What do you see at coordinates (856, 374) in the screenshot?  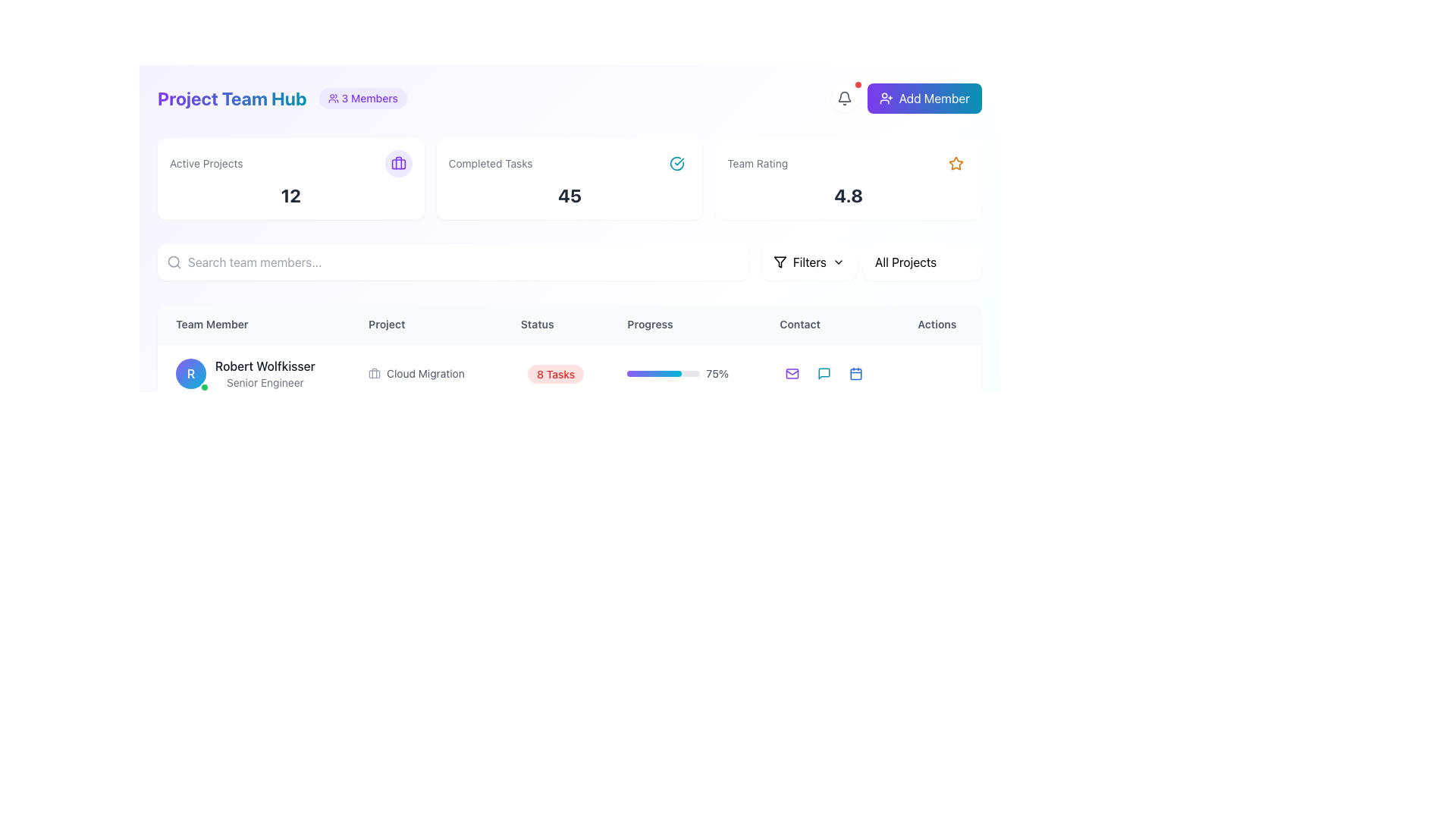 I see `the calendar icon located in the 'Actions' column of the table for the entry corresponding to 'Robert Wolfkisser'` at bounding box center [856, 374].